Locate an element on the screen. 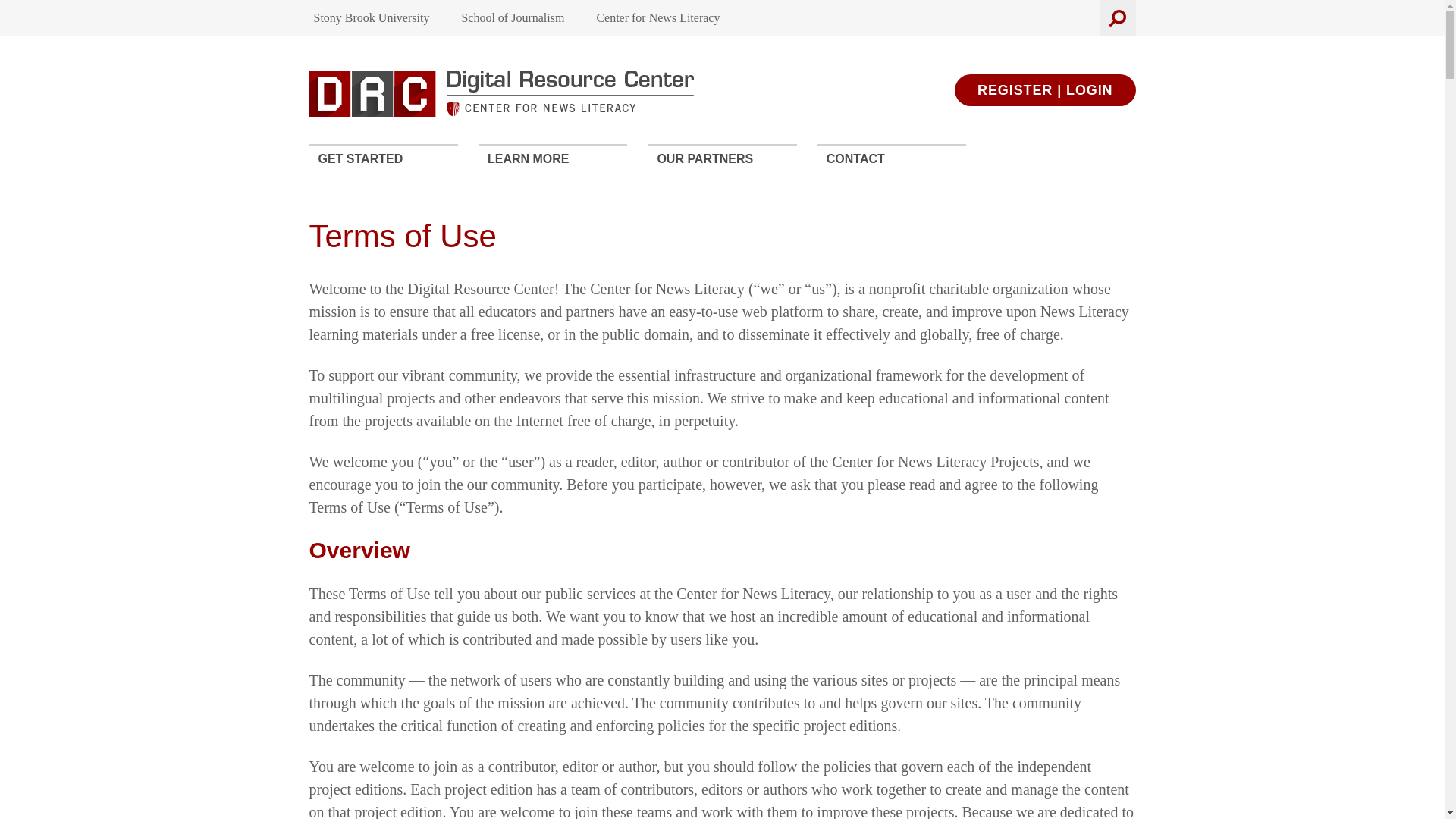 The height and width of the screenshot is (819, 1456). 'School of Journalism' is located at coordinates (513, 17).